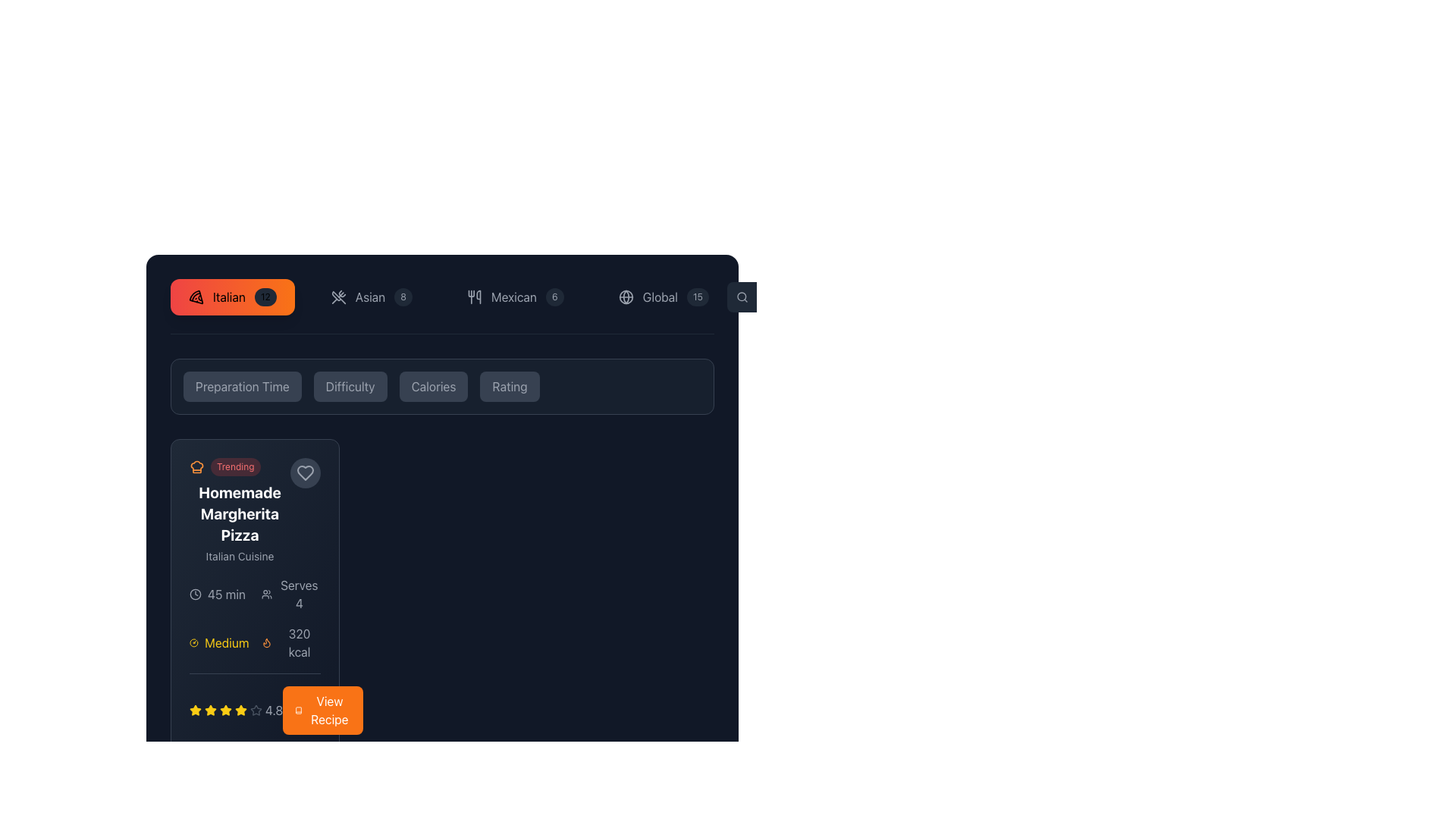 Image resolution: width=1456 pixels, height=819 pixels. I want to click on the pizza slice SVG icon, which is styled minimally with dark outlines and positioned in the top-left region of the Italian cuisine section, so click(196, 297).